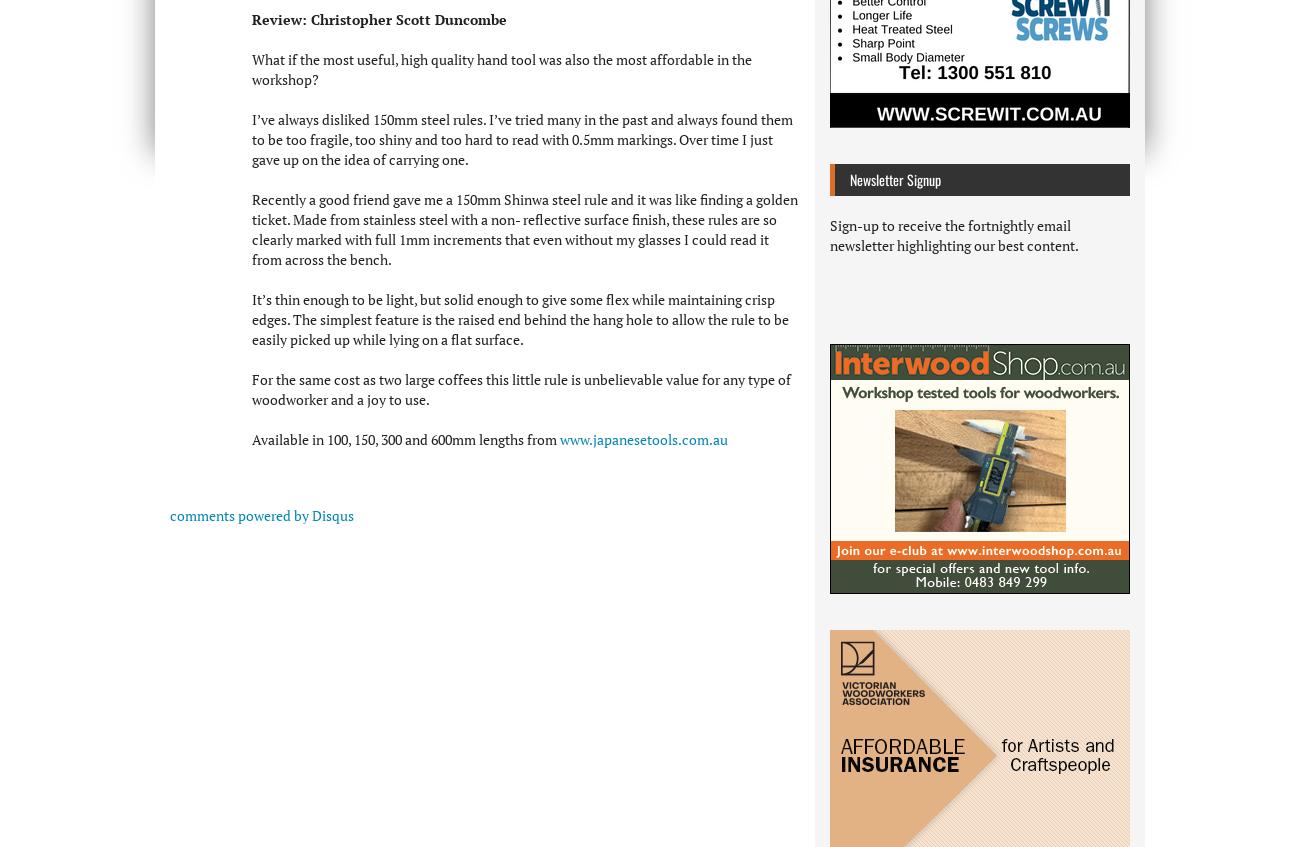  Describe the element at coordinates (312, 513) in the screenshot. I see `'Disqus'` at that location.